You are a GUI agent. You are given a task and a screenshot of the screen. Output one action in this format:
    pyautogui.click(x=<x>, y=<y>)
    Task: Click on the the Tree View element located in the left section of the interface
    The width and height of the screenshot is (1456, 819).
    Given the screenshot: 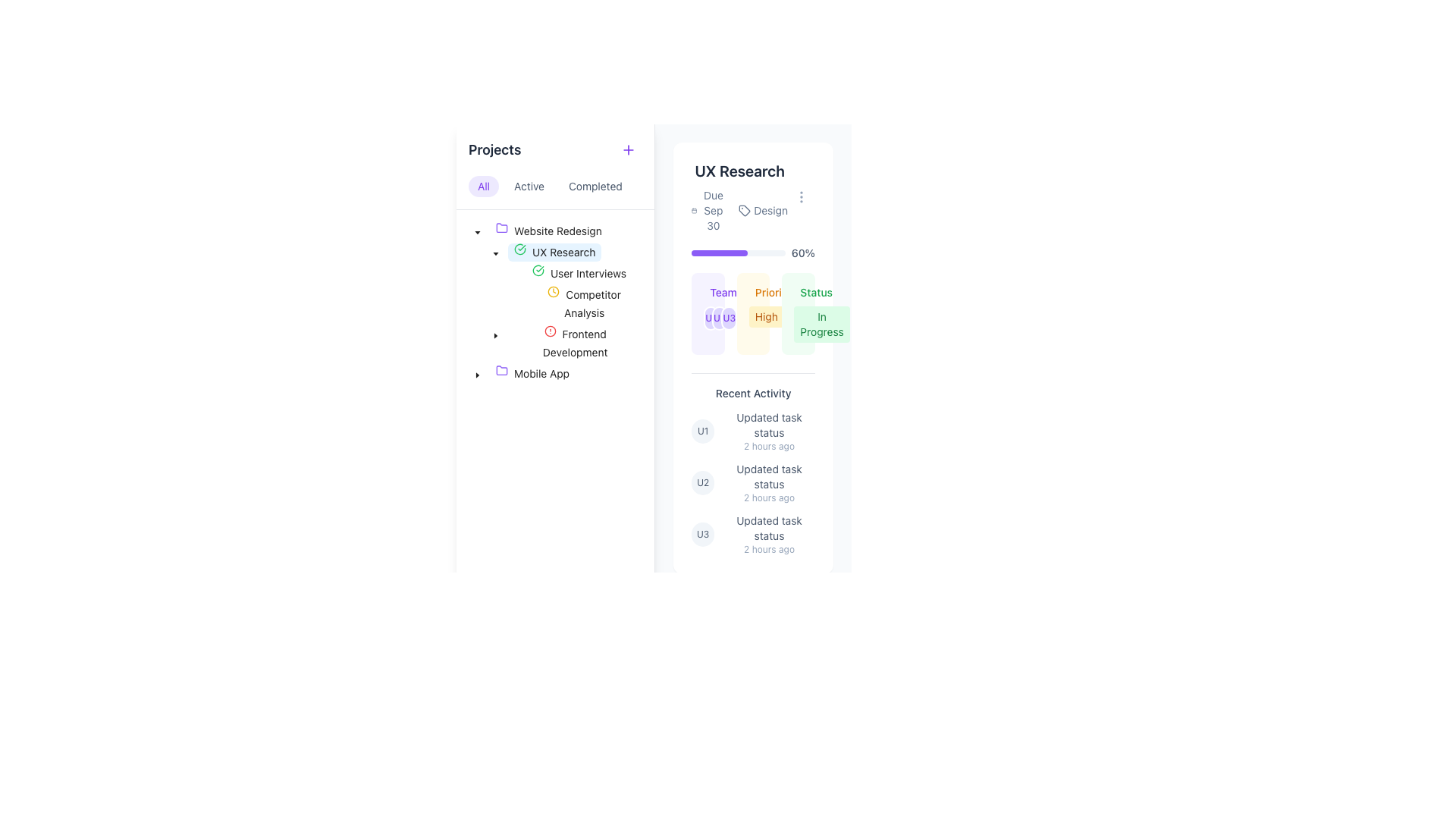 What is the action you would take?
    pyautogui.click(x=554, y=304)
    